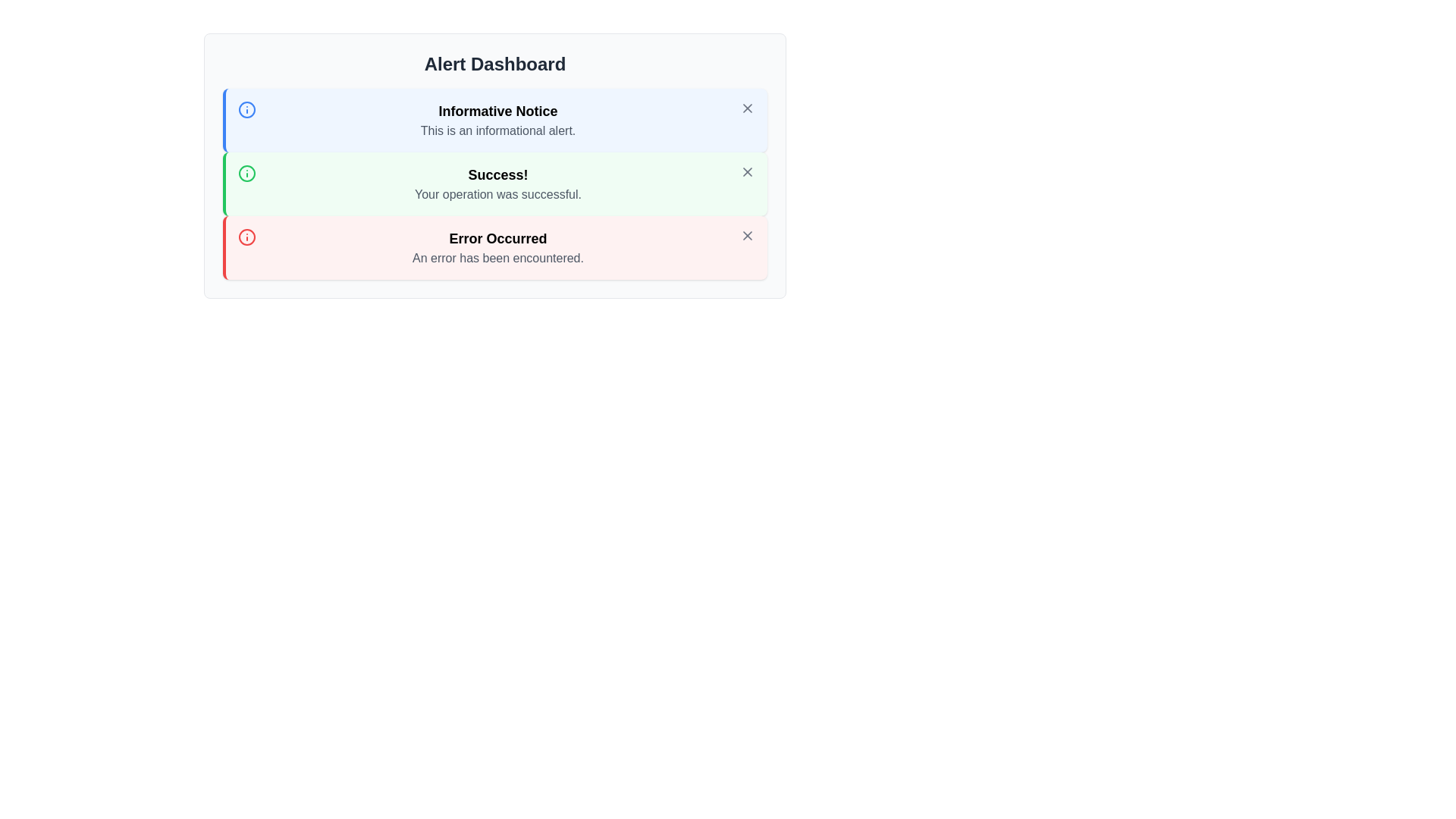  Describe the element at coordinates (498, 257) in the screenshot. I see `the Text label that provides a descriptive detail about the error condition indicated by the title 'Error Occurred', located directly below the title and centered in the middle-right area of the interface` at that location.